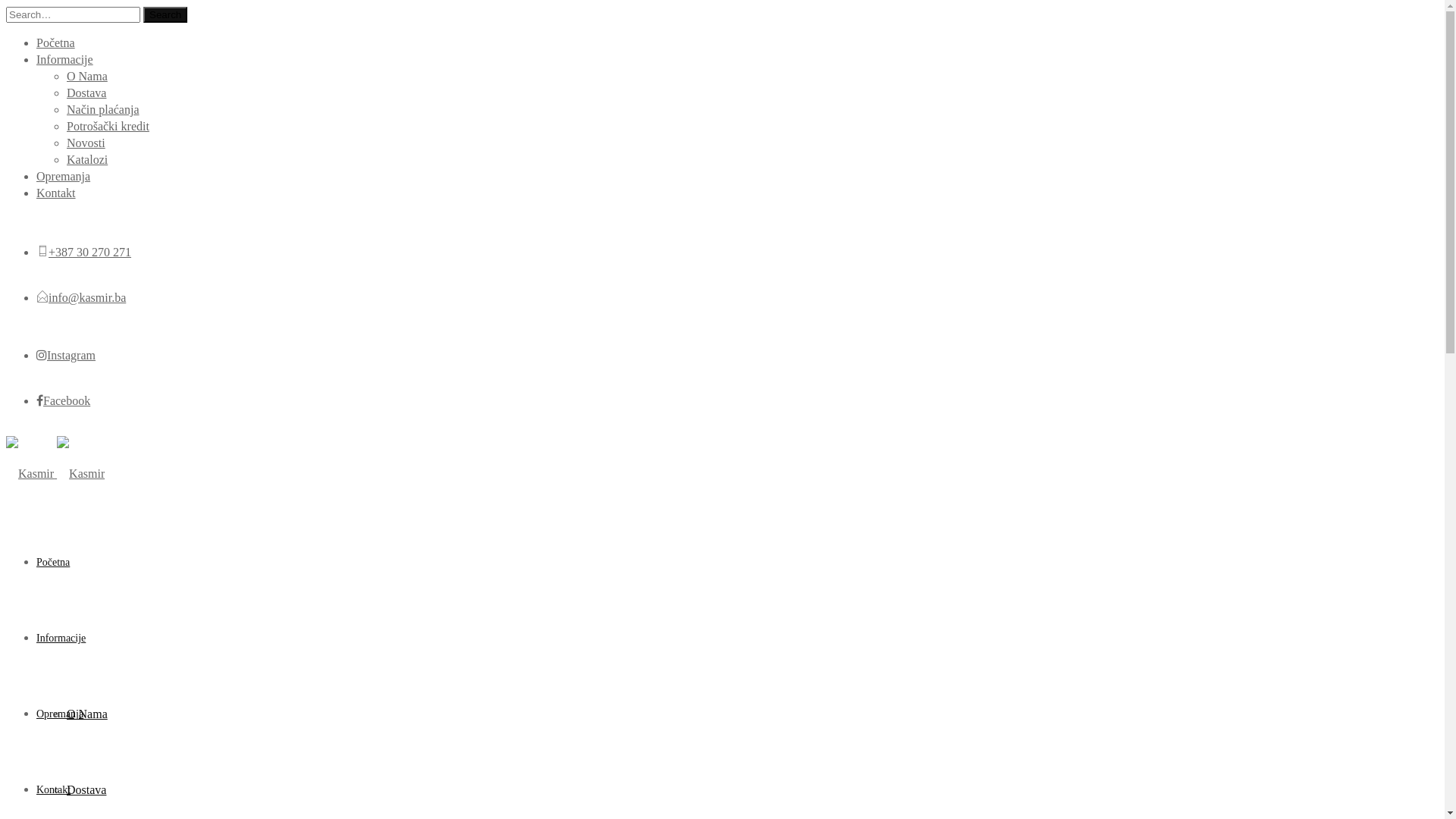  Describe the element at coordinates (165, 14) in the screenshot. I see `'Search'` at that location.